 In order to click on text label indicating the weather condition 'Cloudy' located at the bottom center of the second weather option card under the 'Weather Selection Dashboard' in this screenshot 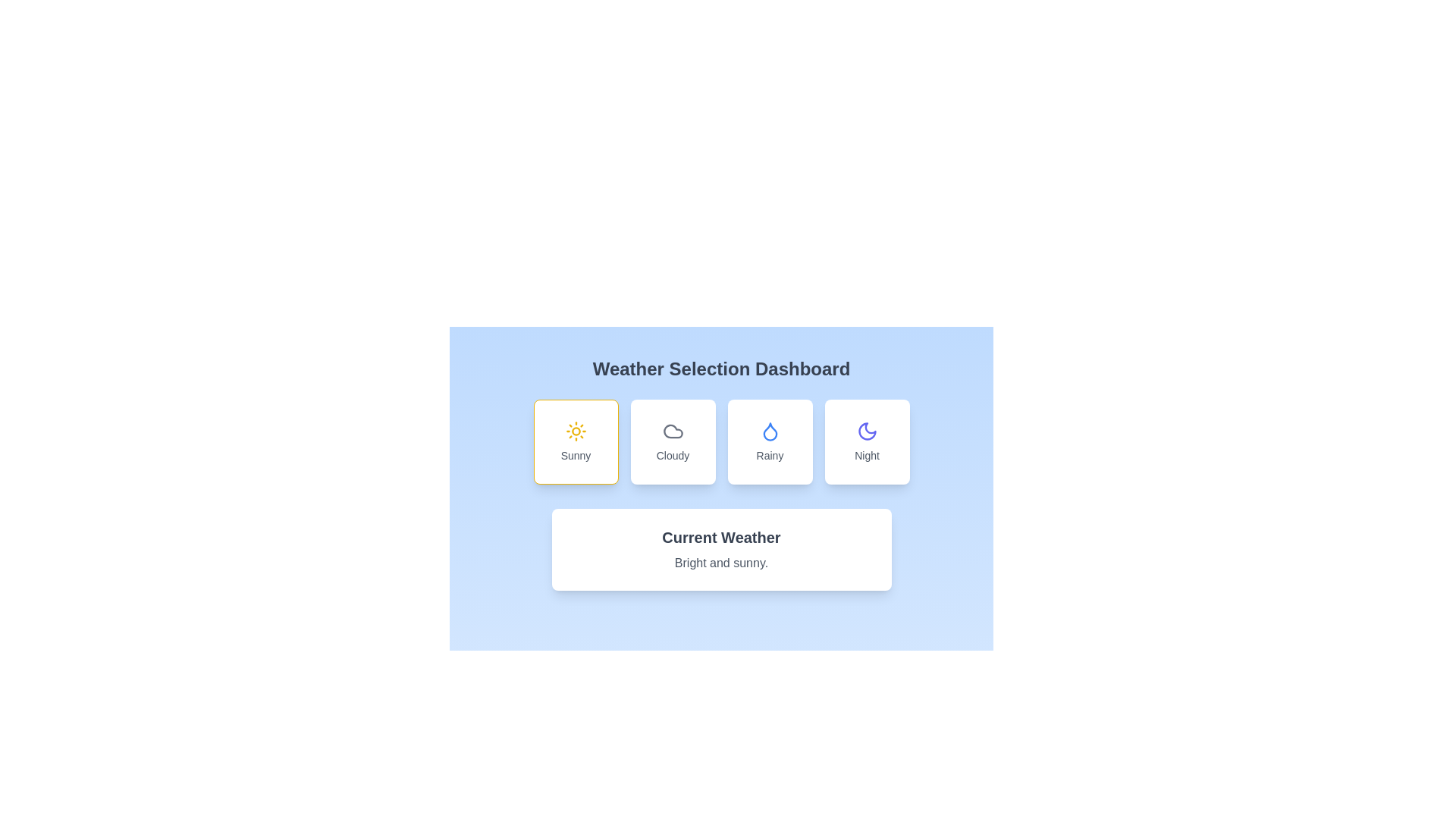, I will do `click(672, 455)`.